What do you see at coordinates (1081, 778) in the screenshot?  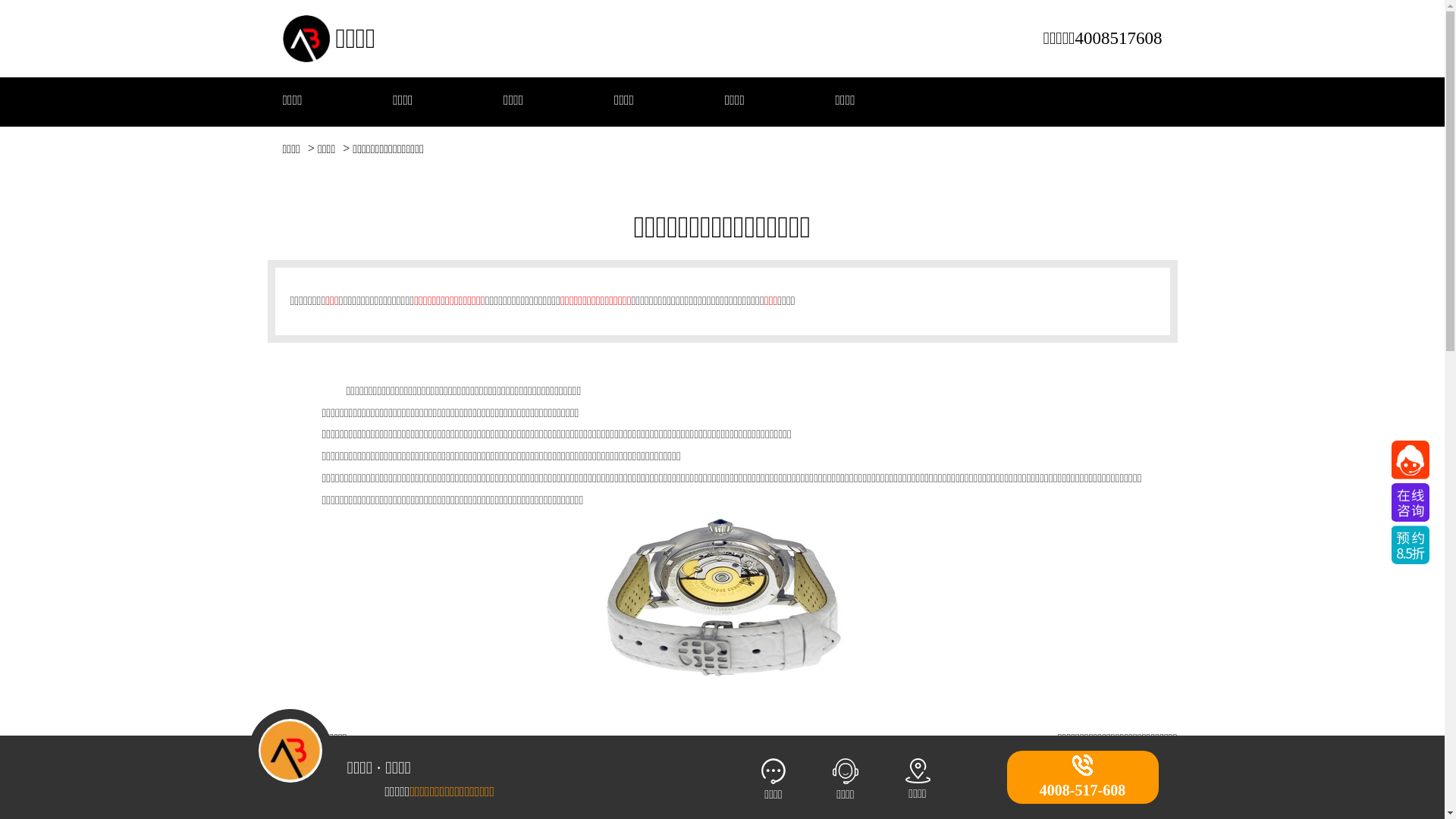 I see `'4008-517-608'` at bounding box center [1081, 778].